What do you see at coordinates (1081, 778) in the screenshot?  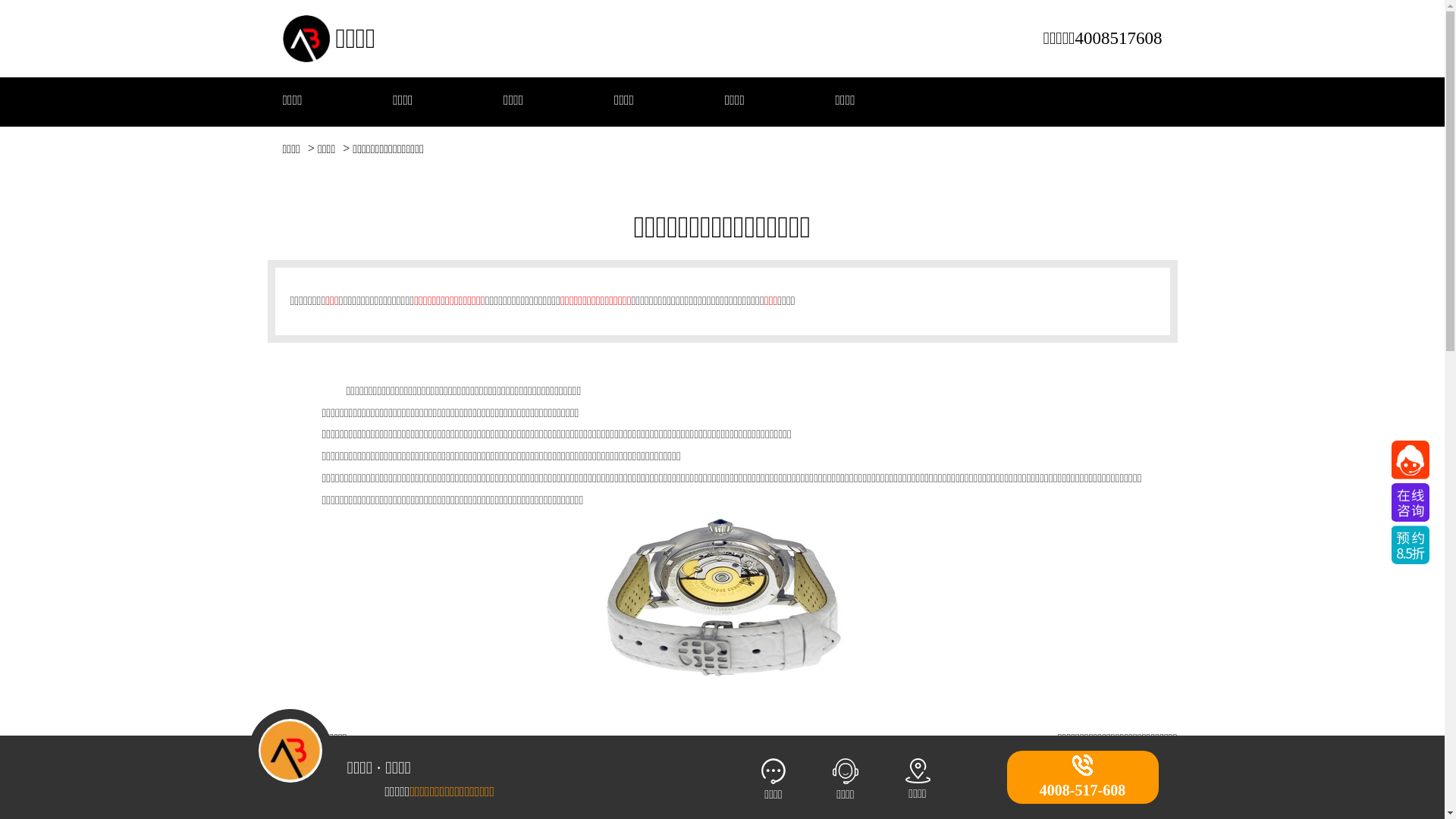 I see `'4008-517-608'` at bounding box center [1081, 778].